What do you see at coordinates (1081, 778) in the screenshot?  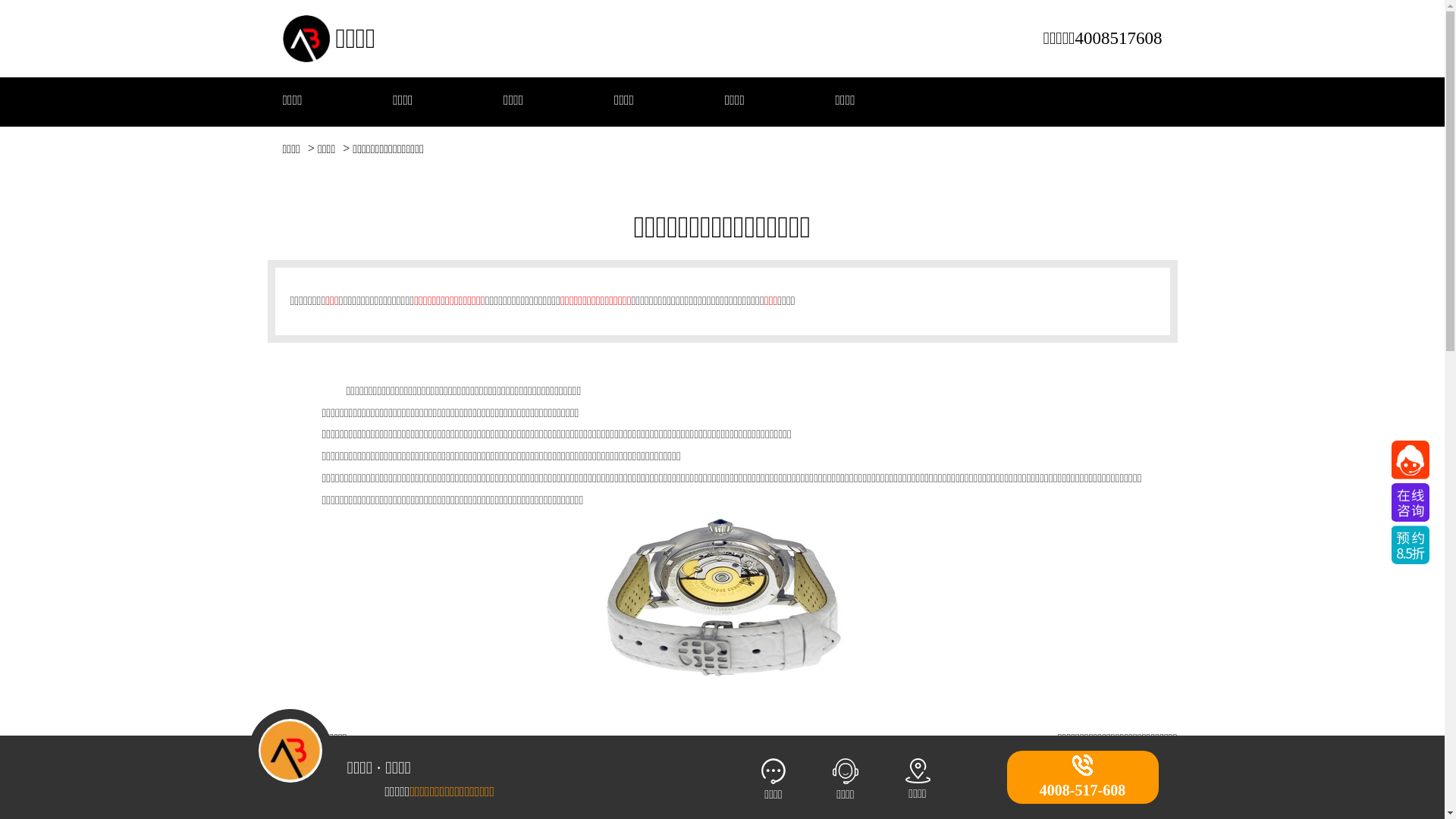 I see `'4008-517-608'` at bounding box center [1081, 778].